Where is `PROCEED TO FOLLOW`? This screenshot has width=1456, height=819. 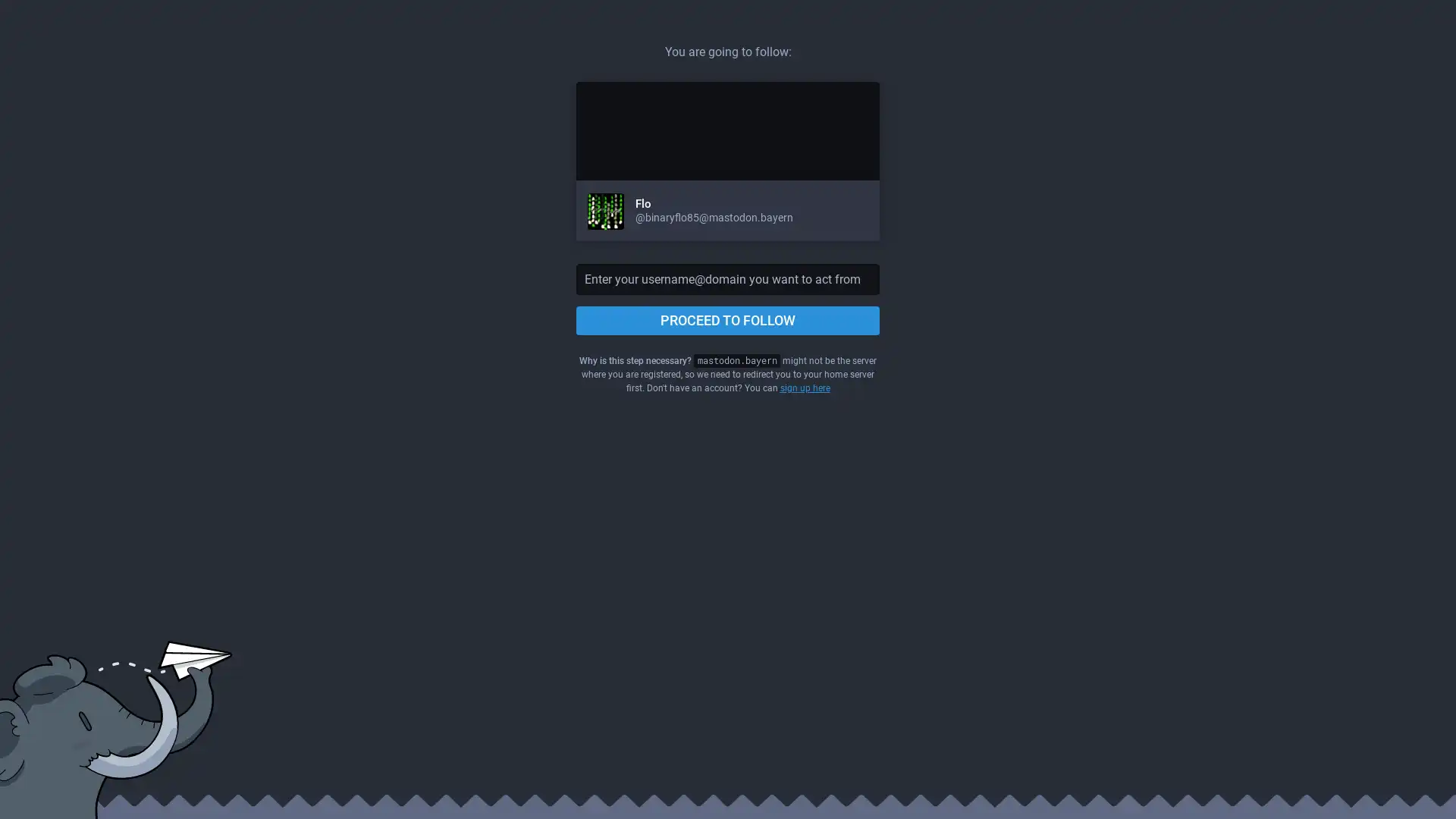
PROCEED TO FOLLOW is located at coordinates (728, 320).